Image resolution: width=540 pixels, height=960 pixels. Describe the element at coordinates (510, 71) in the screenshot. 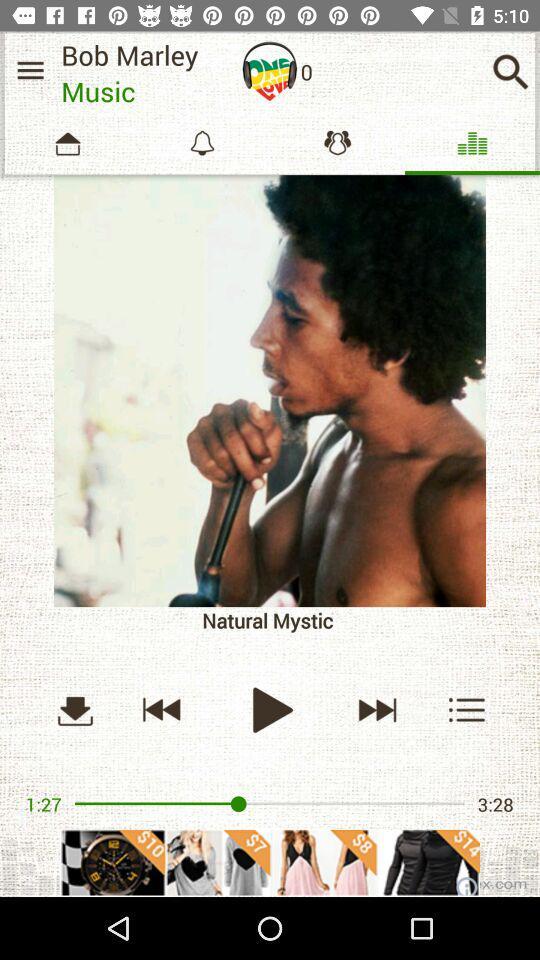

I see `search button` at that location.